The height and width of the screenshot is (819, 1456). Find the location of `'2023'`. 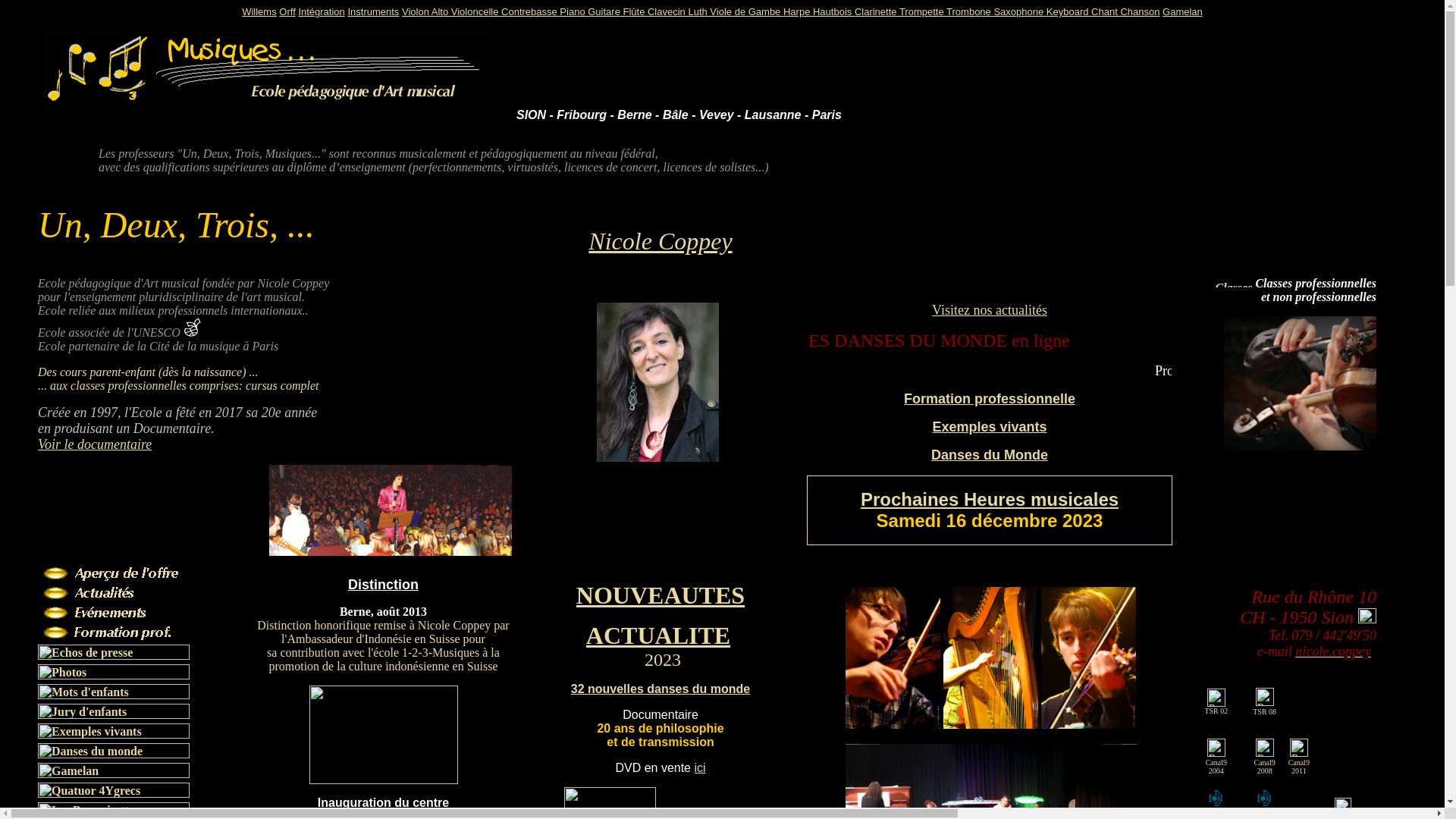

'2023' is located at coordinates (662, 661).